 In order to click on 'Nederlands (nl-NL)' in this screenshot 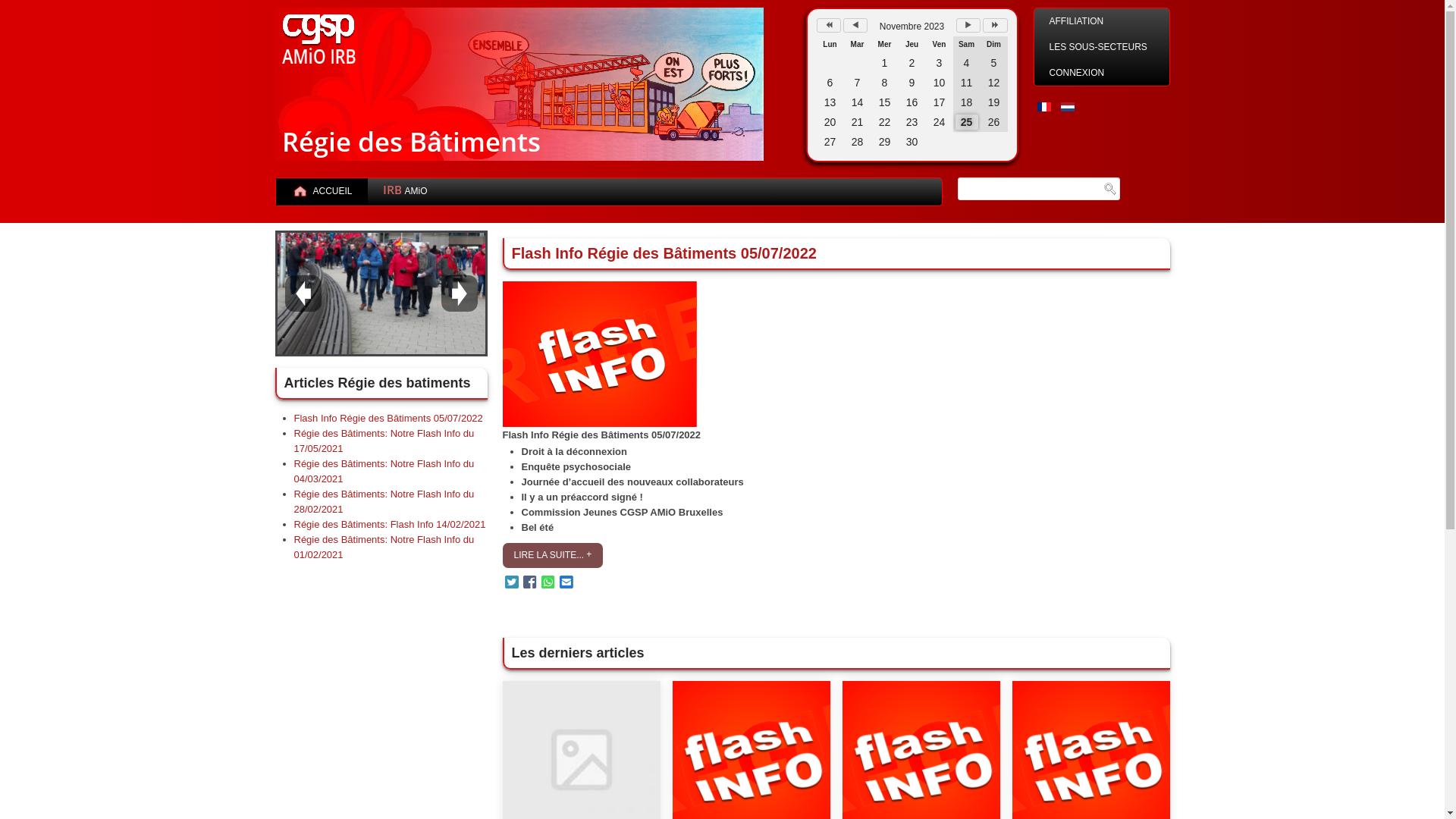, I will do `click(1066, 106)`.